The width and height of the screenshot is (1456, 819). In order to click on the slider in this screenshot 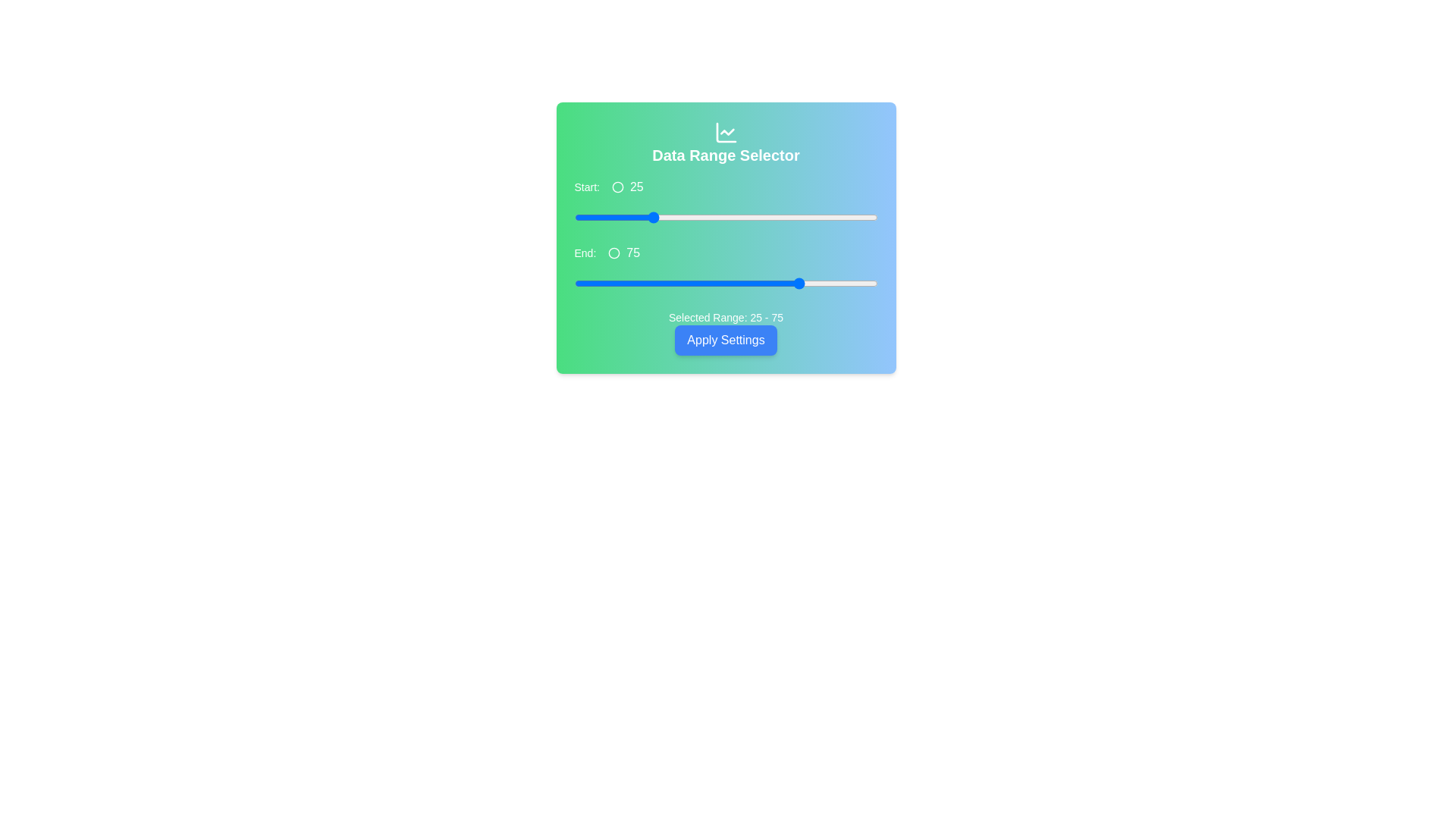, I will do `click(579, 217)`.